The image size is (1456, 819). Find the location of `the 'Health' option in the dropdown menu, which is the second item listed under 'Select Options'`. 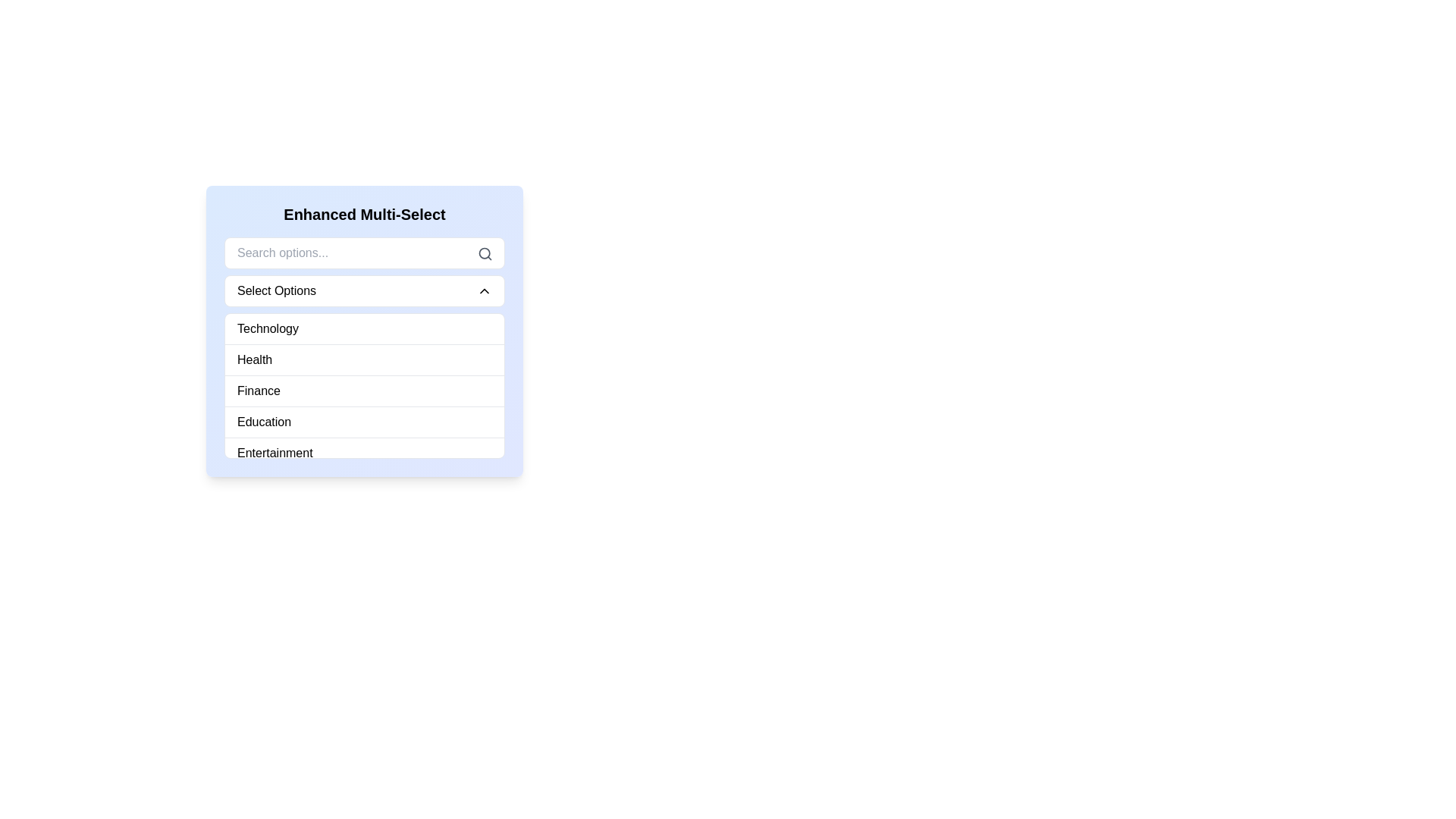

the 'Health' option in the dropdown menu, which is the second item listed under 'Select Options' is located at coordinates (255, 359).